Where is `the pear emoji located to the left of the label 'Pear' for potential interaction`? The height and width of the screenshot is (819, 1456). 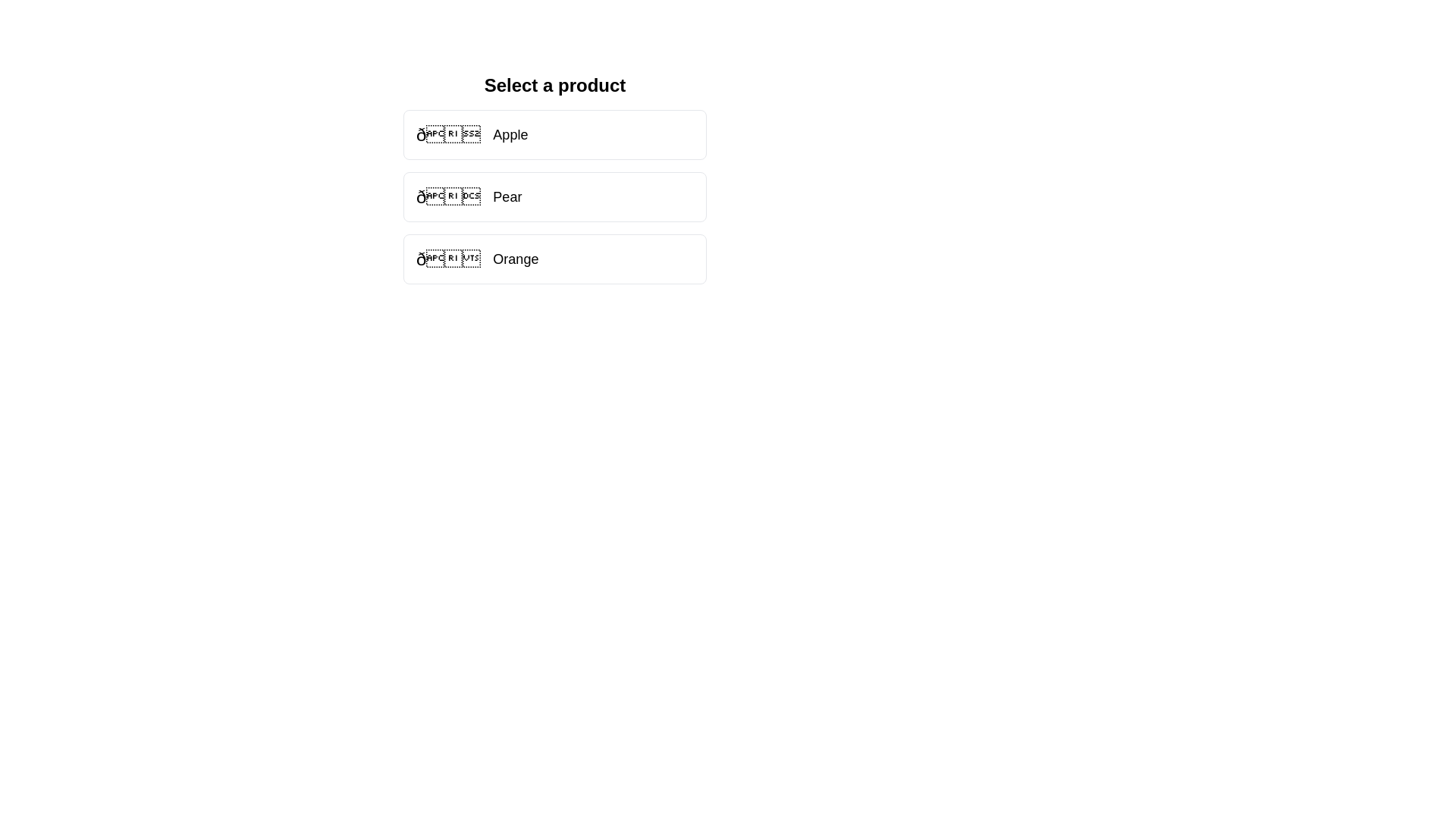
the pear emoji located to the left of the label 'Pear' for potential interaction is located at coordinates (447, 196).